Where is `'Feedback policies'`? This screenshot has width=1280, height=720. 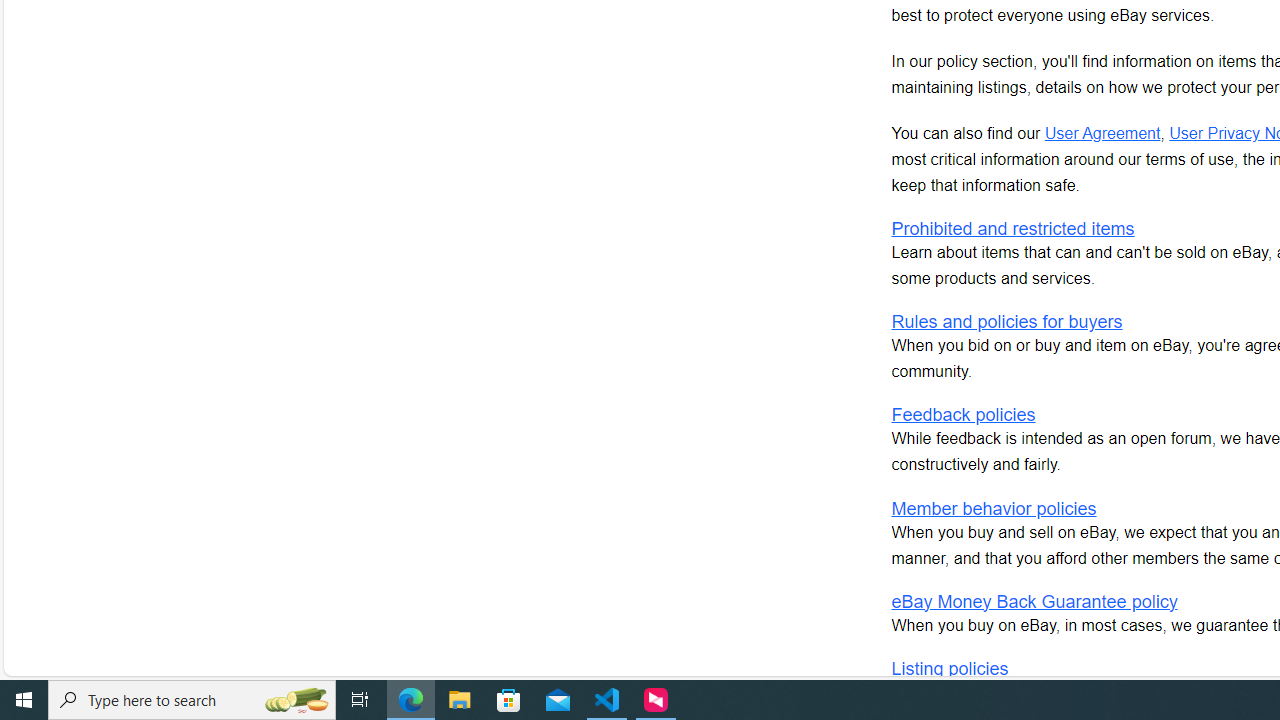 'Feedback policies' is located at coordinates (963, 414).